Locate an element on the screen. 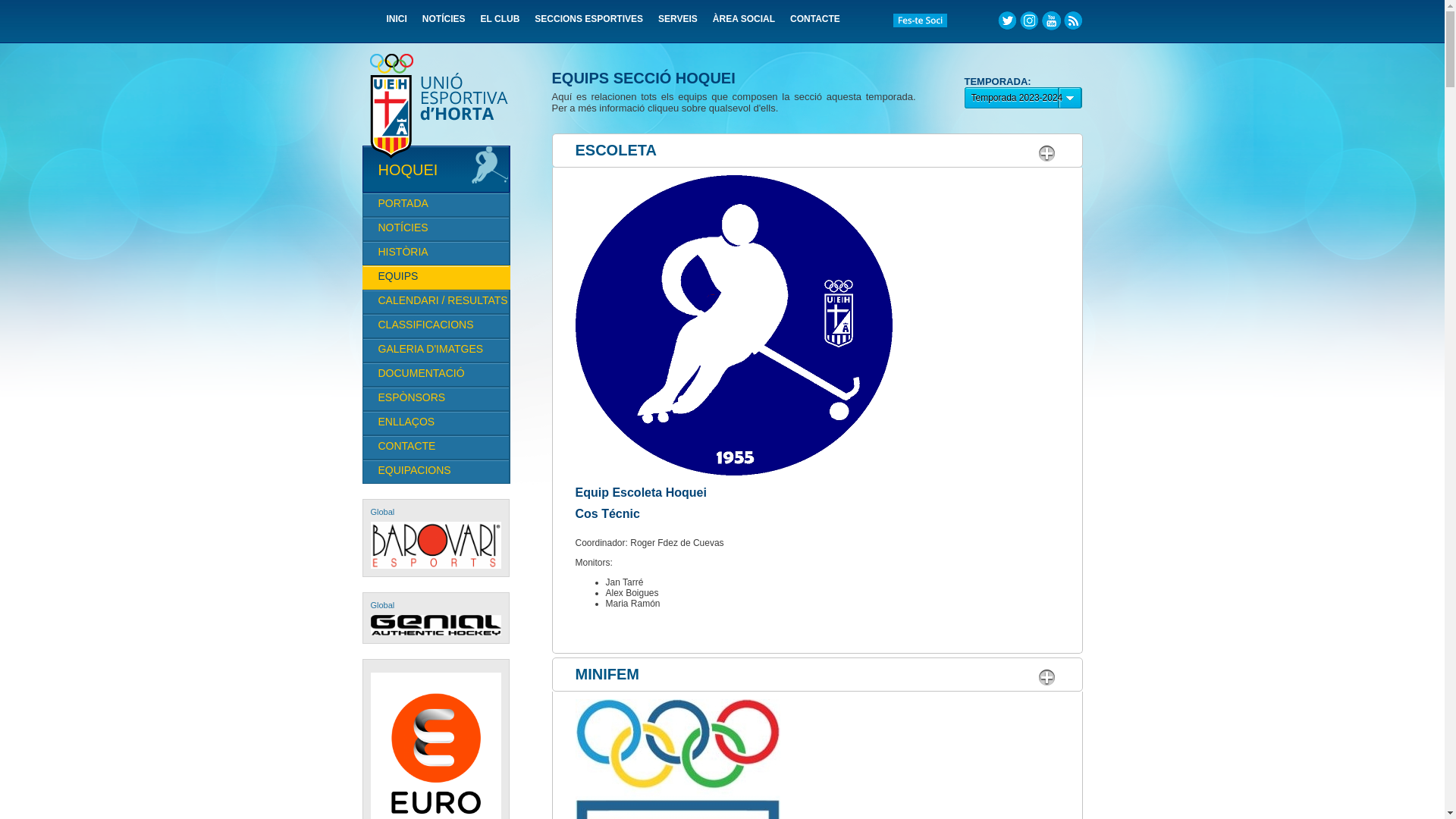  'CONTACTE' is located at coordinates (789, 24).